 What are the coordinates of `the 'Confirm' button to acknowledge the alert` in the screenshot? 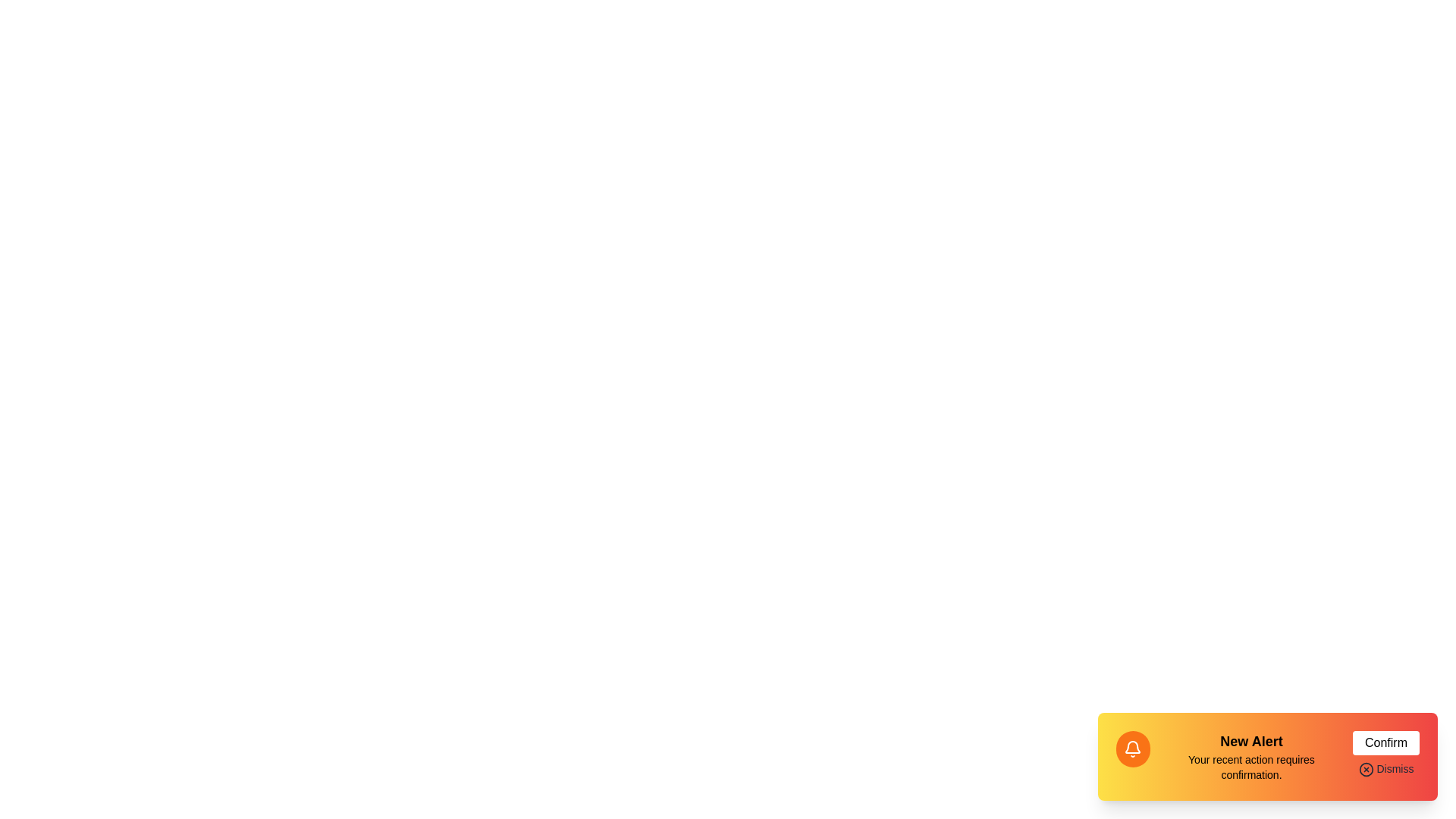 It's located at (1386, 742).